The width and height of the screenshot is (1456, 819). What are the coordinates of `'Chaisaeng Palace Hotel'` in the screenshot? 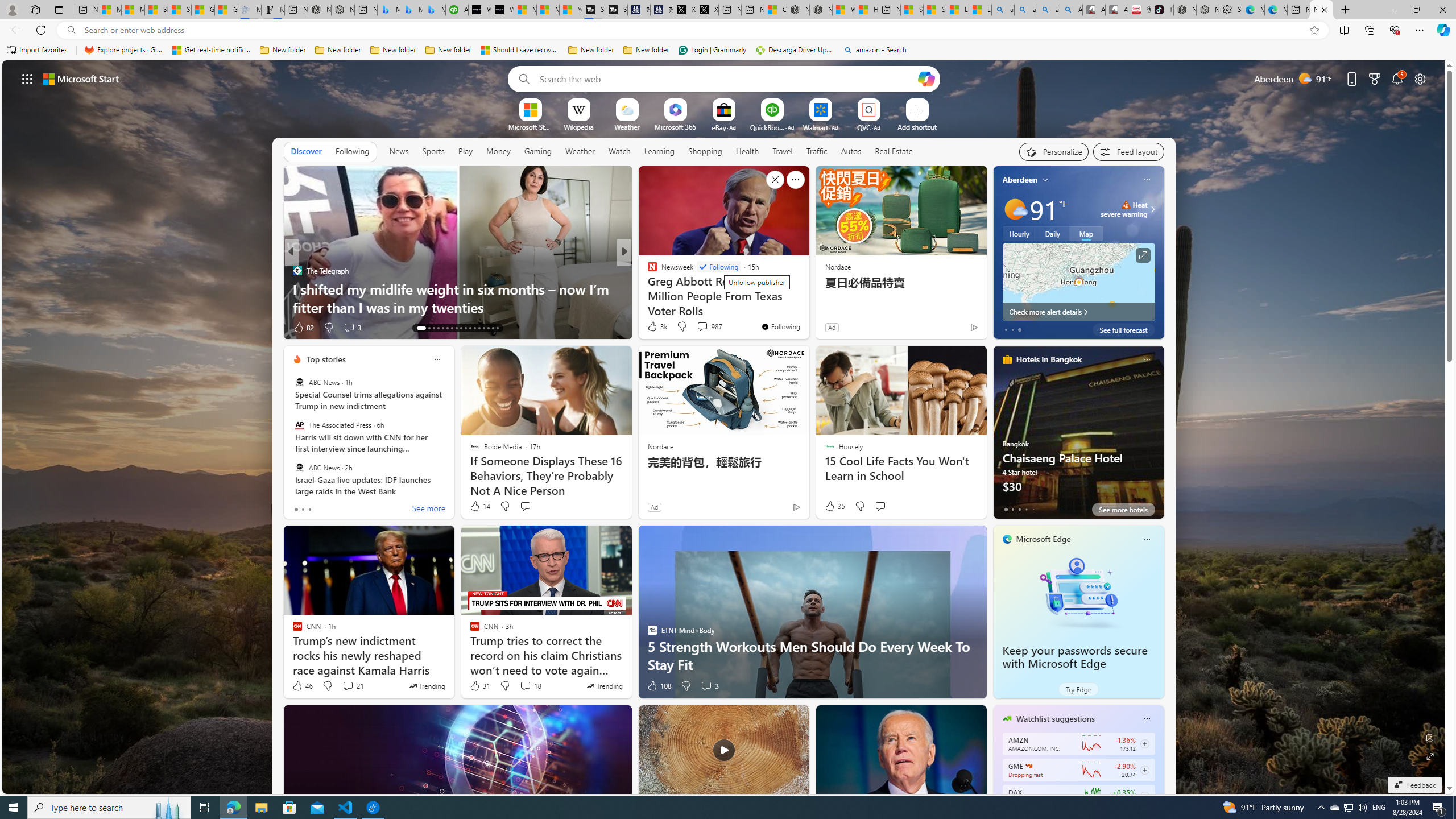 It's located at (1078, 436).